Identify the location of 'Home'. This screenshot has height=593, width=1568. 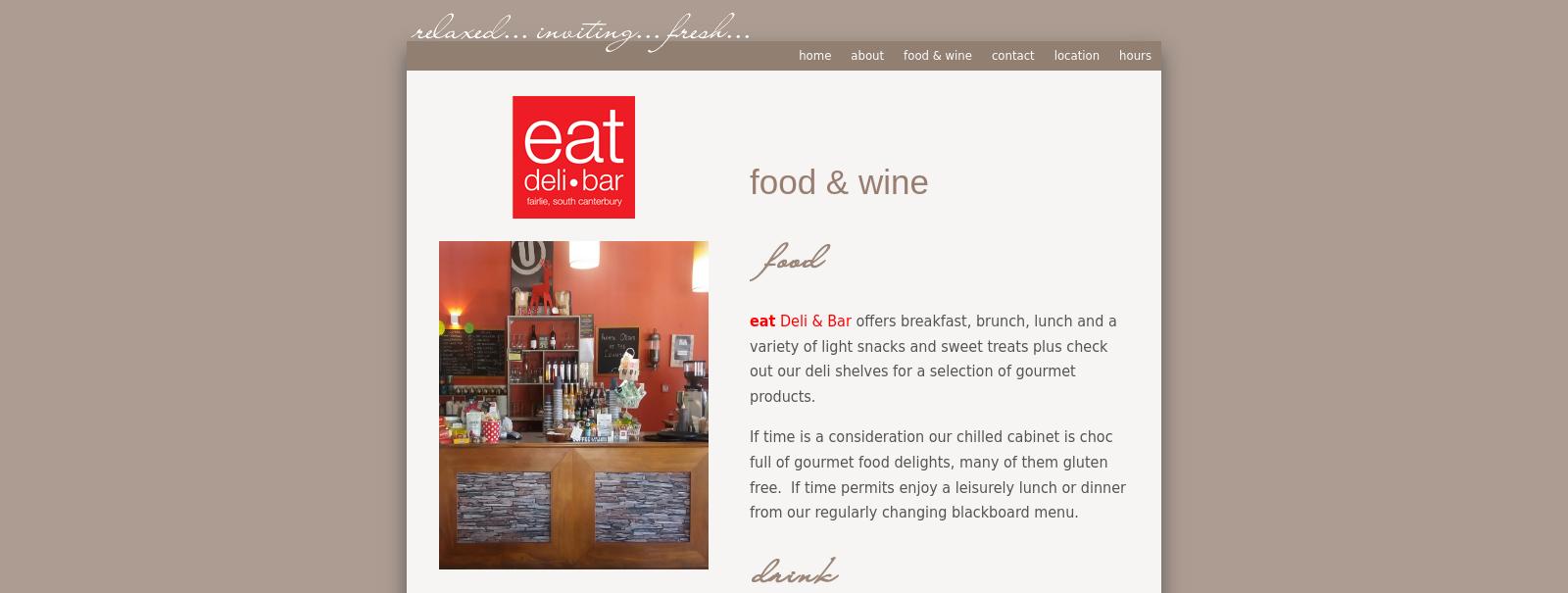
(813, 54).